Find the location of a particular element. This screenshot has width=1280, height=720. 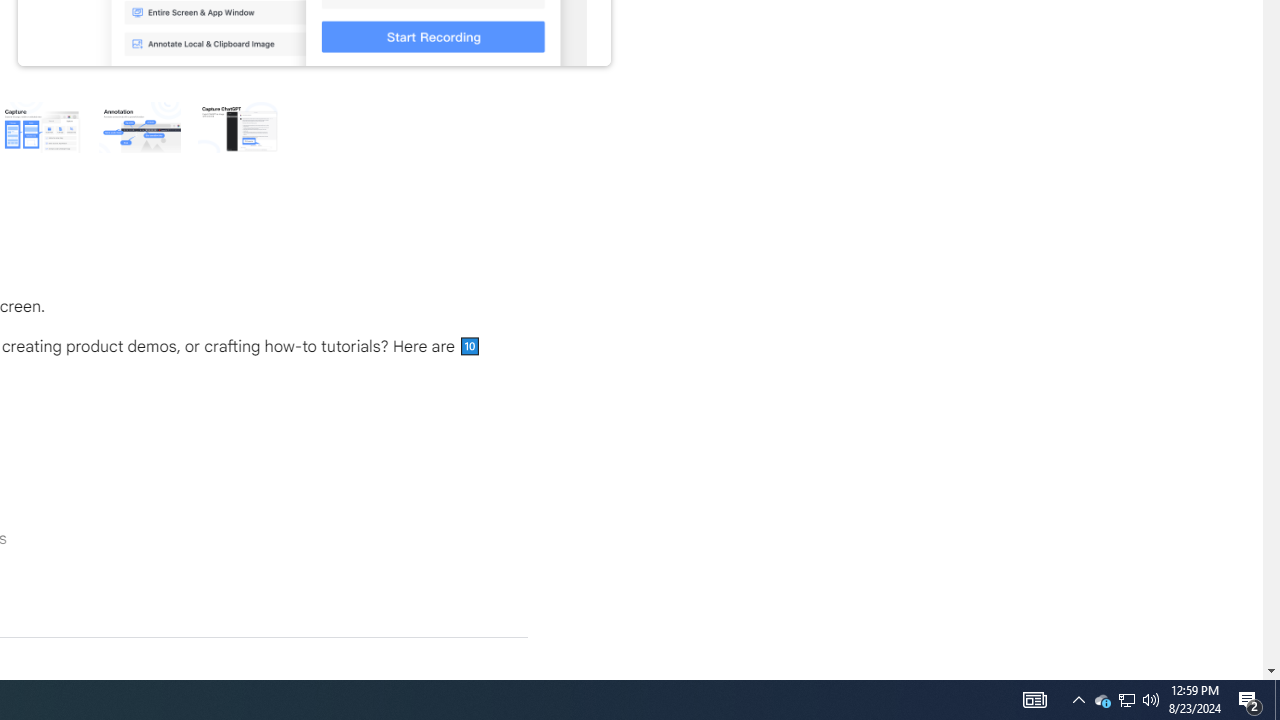

'Preview slide 5' is located at coordinates (238, 126).